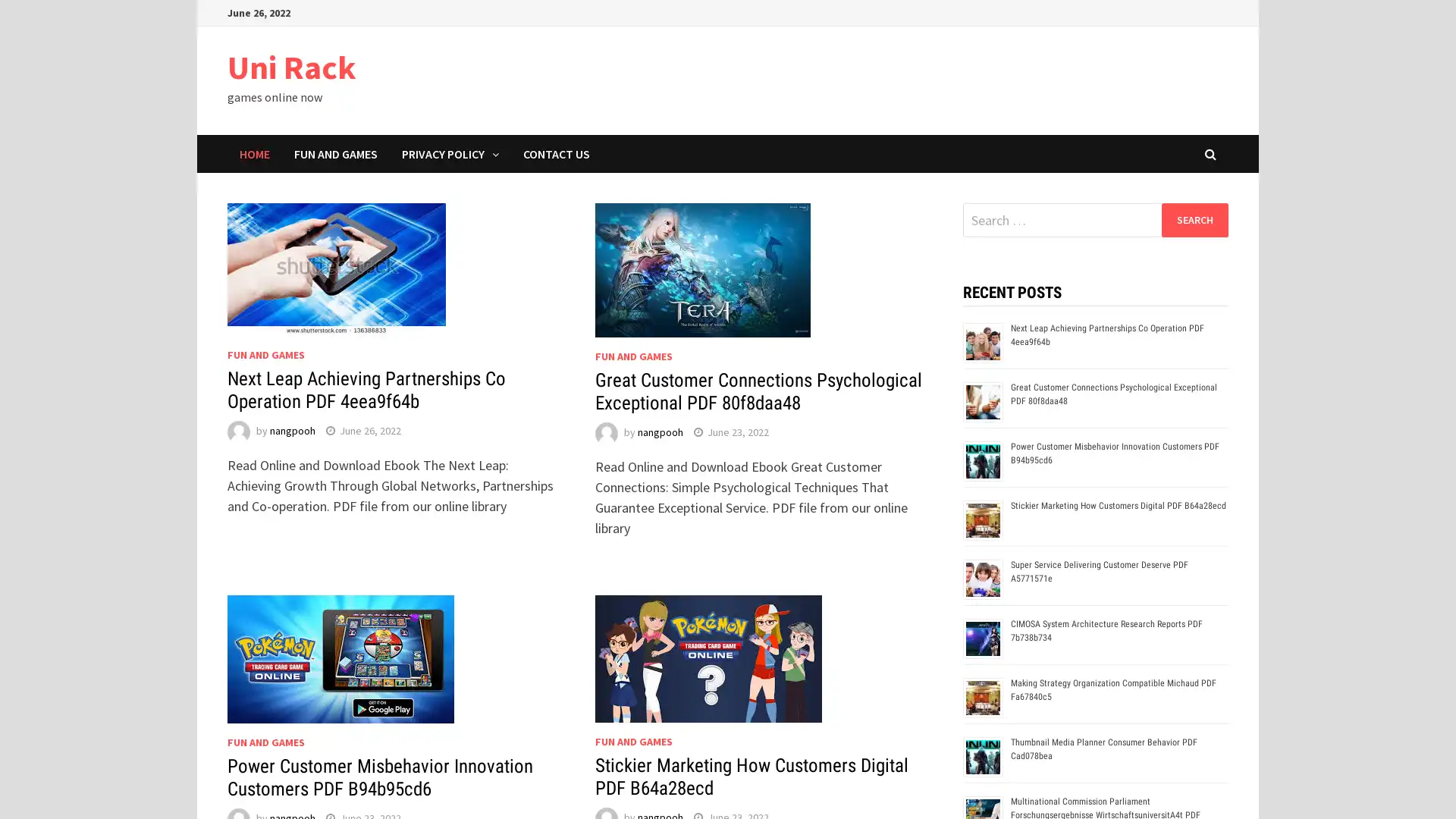 Image resolution: width=1456 pixels, height=819 pixels. Describe the element at coordinates (1194, 219) in the screenshot. I see `Search` at that location.